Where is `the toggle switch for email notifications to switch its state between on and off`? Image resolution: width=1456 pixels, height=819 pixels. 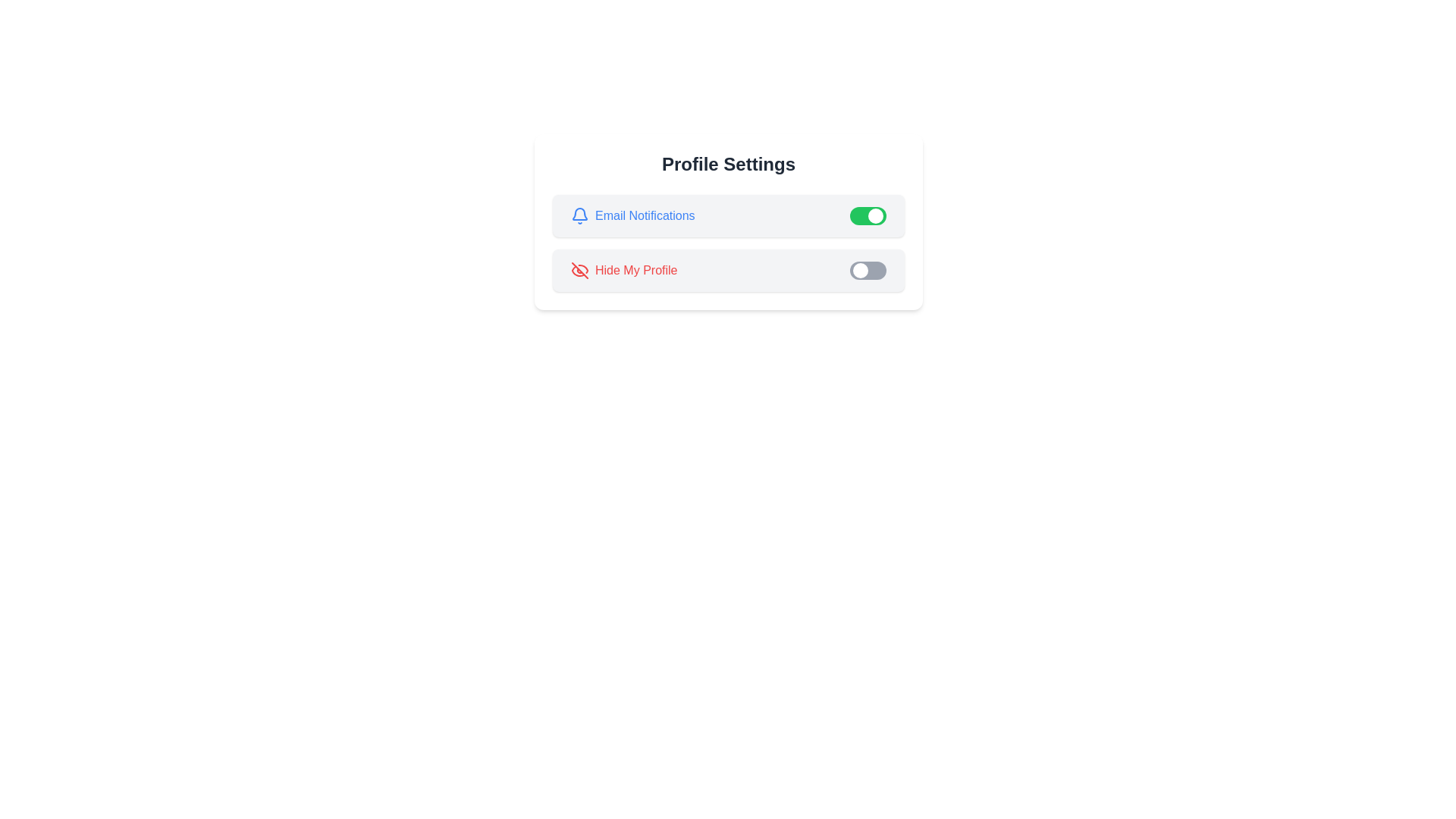 the toggle switch for email notifications to switch its state between on and off is located at coordinates (868, 216).